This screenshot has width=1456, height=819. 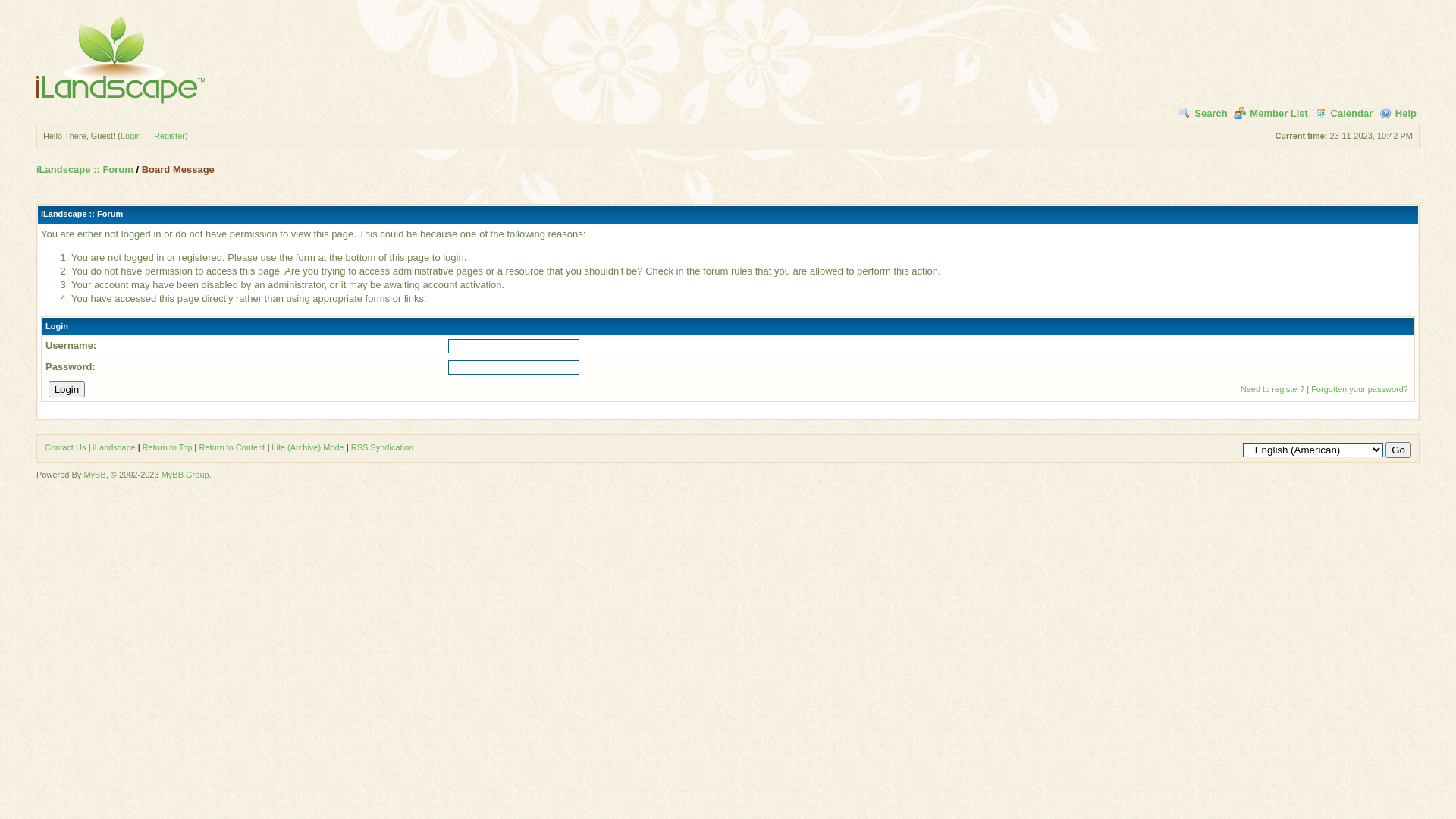 I want to click on 'MyBB Group', so click(x=184, y=473).